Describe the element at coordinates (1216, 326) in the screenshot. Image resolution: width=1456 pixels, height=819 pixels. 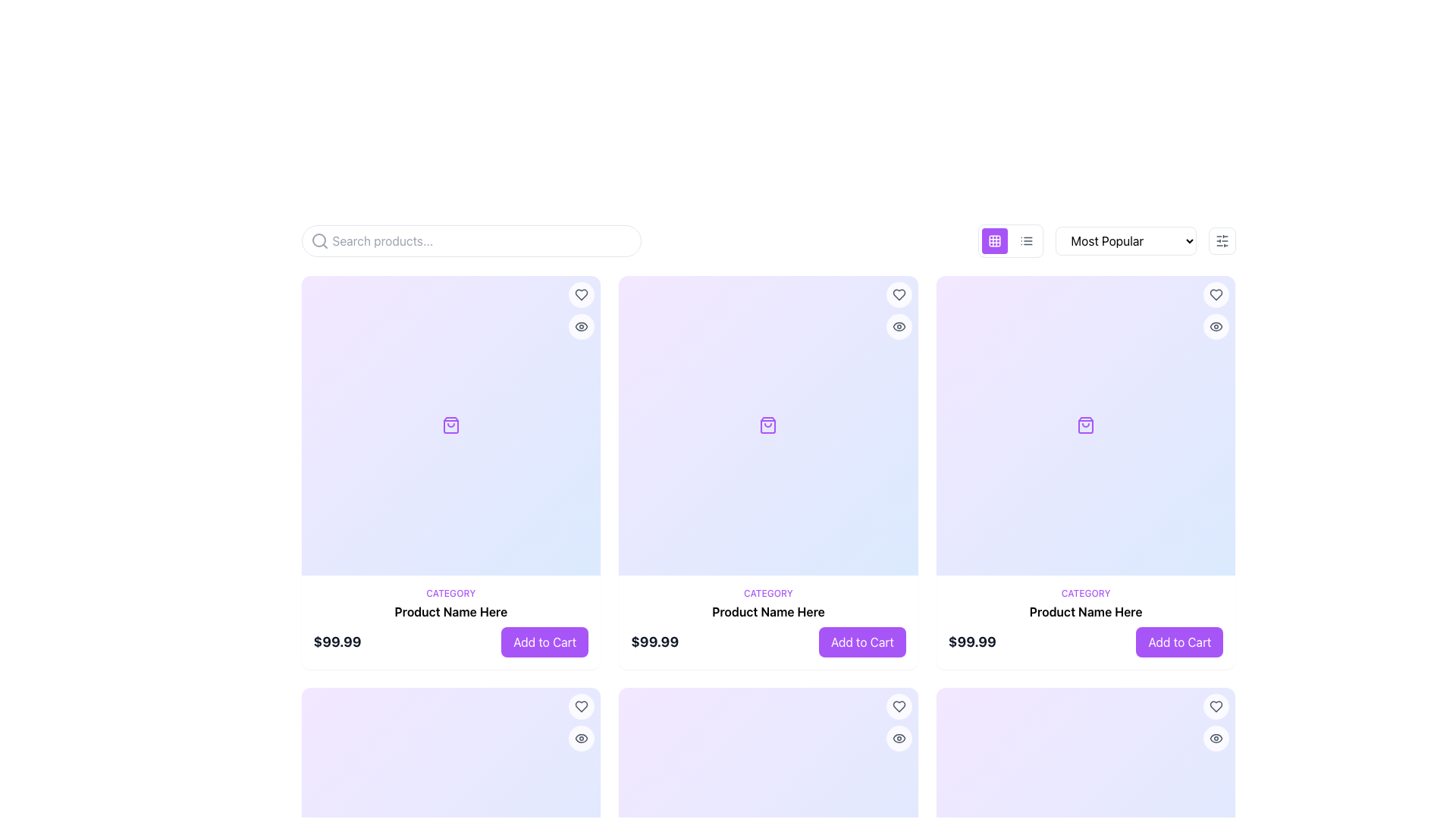
I see `the preview icon located at the right side of the product card, below the heart icon` at that location.